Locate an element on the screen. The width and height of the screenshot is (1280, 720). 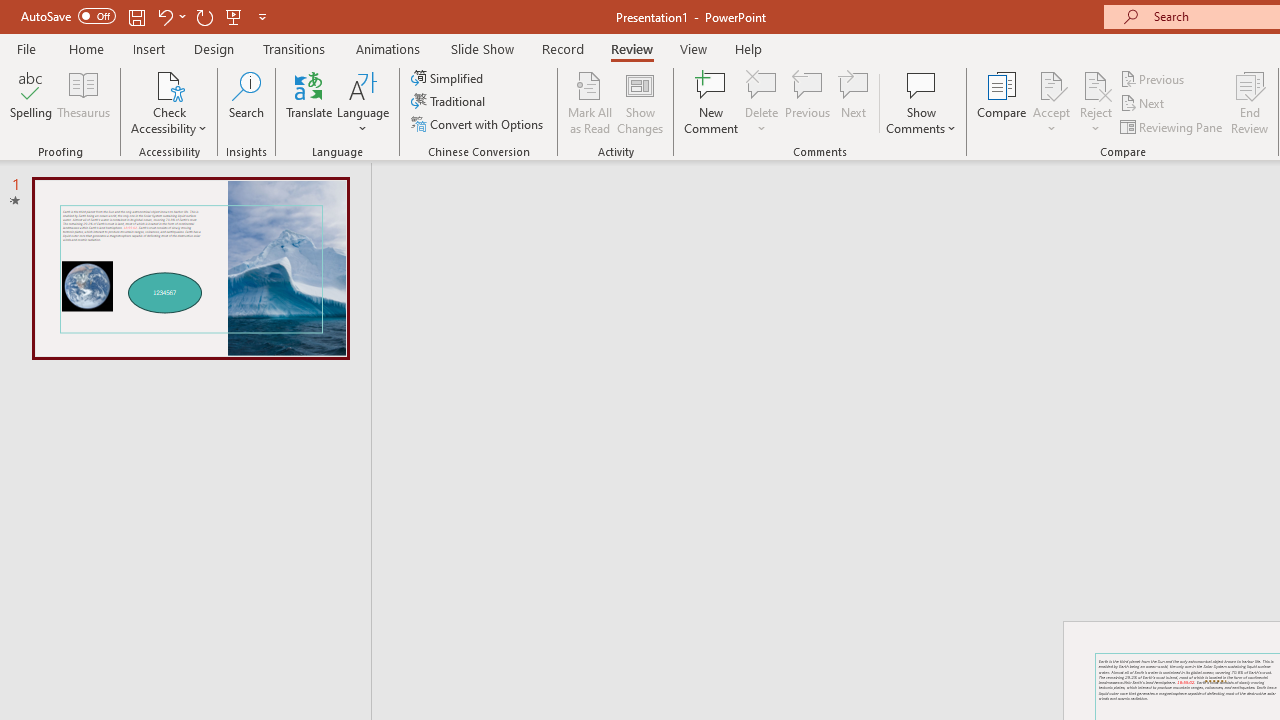
'Help' is located at coordinates (747, 48).